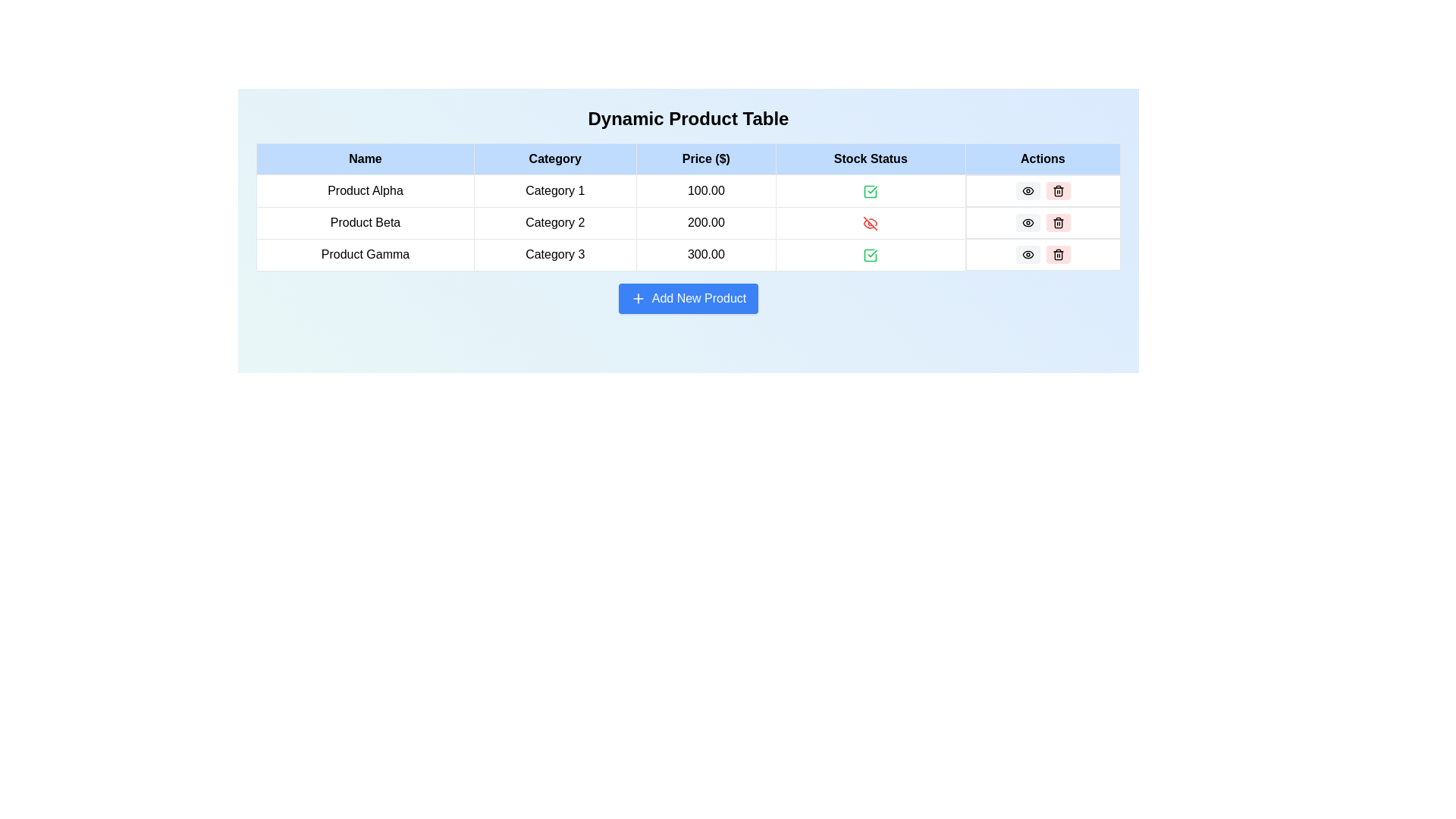 The height and width of the screenshot is (819, 1456). I want to click on the trash button, which is the right button of the compound element consisting of two buttons for the 'Actions' column in the second row of the table for 'Product Beta', so click(1042, 222).